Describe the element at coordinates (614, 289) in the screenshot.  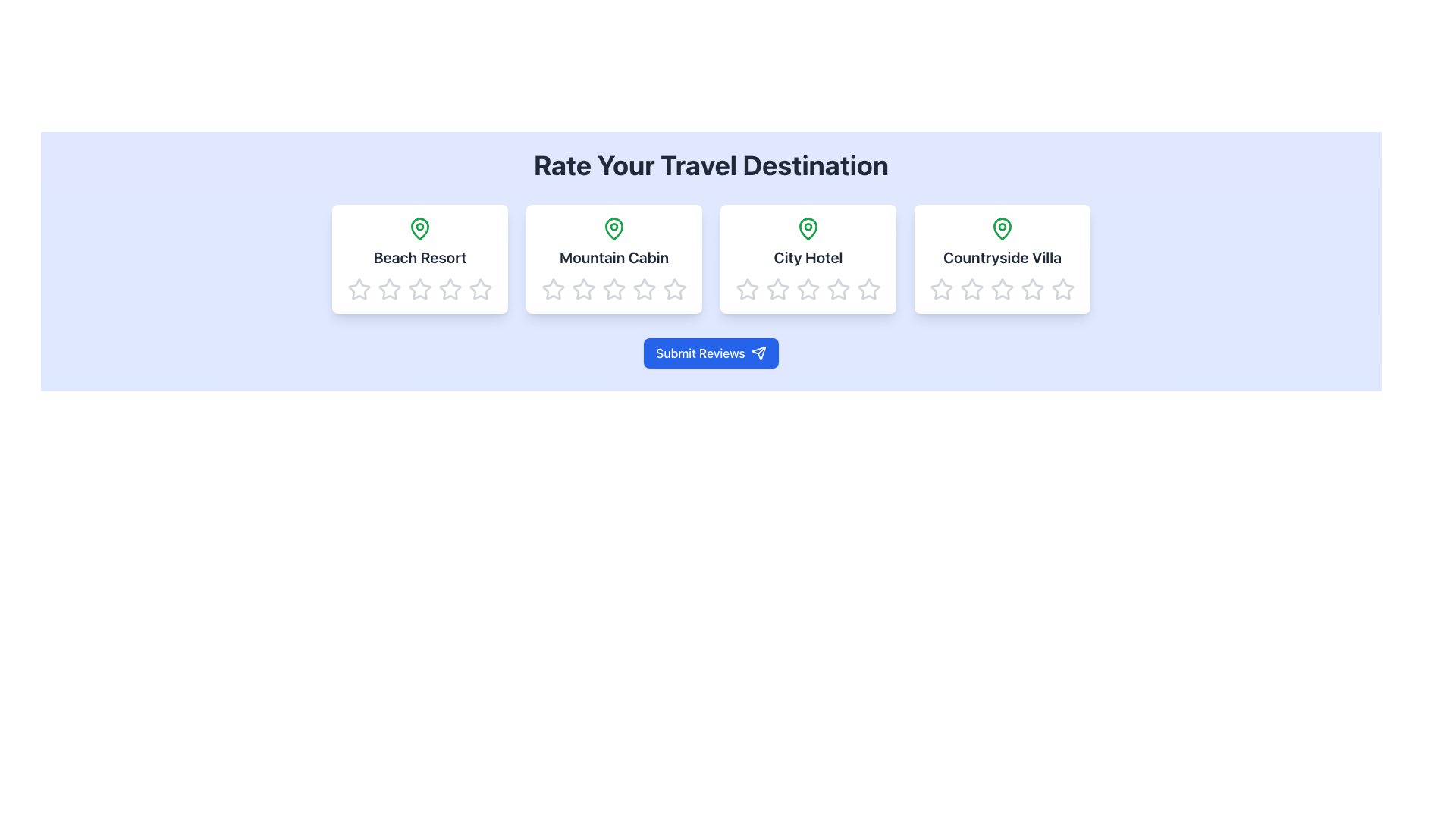
I see `the second star icon in the rating section of the 'Mountain Cabin' card` at that location.